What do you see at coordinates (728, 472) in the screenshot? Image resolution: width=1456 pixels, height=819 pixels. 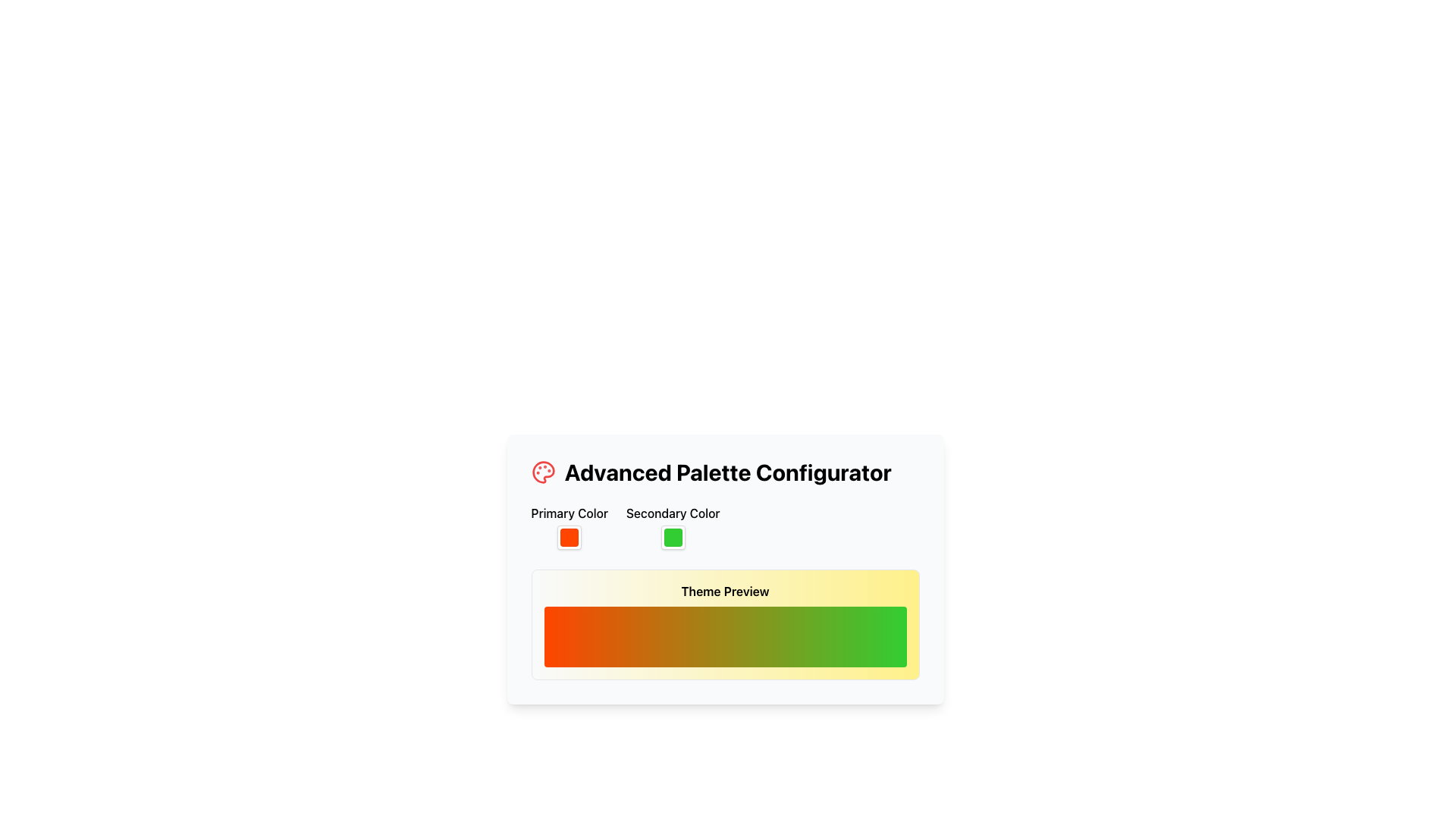 I see `the static text header displaying 'Advanced Palette Configurator' by moving the cursor to its center and clicking` at bounding box center [728, 472].